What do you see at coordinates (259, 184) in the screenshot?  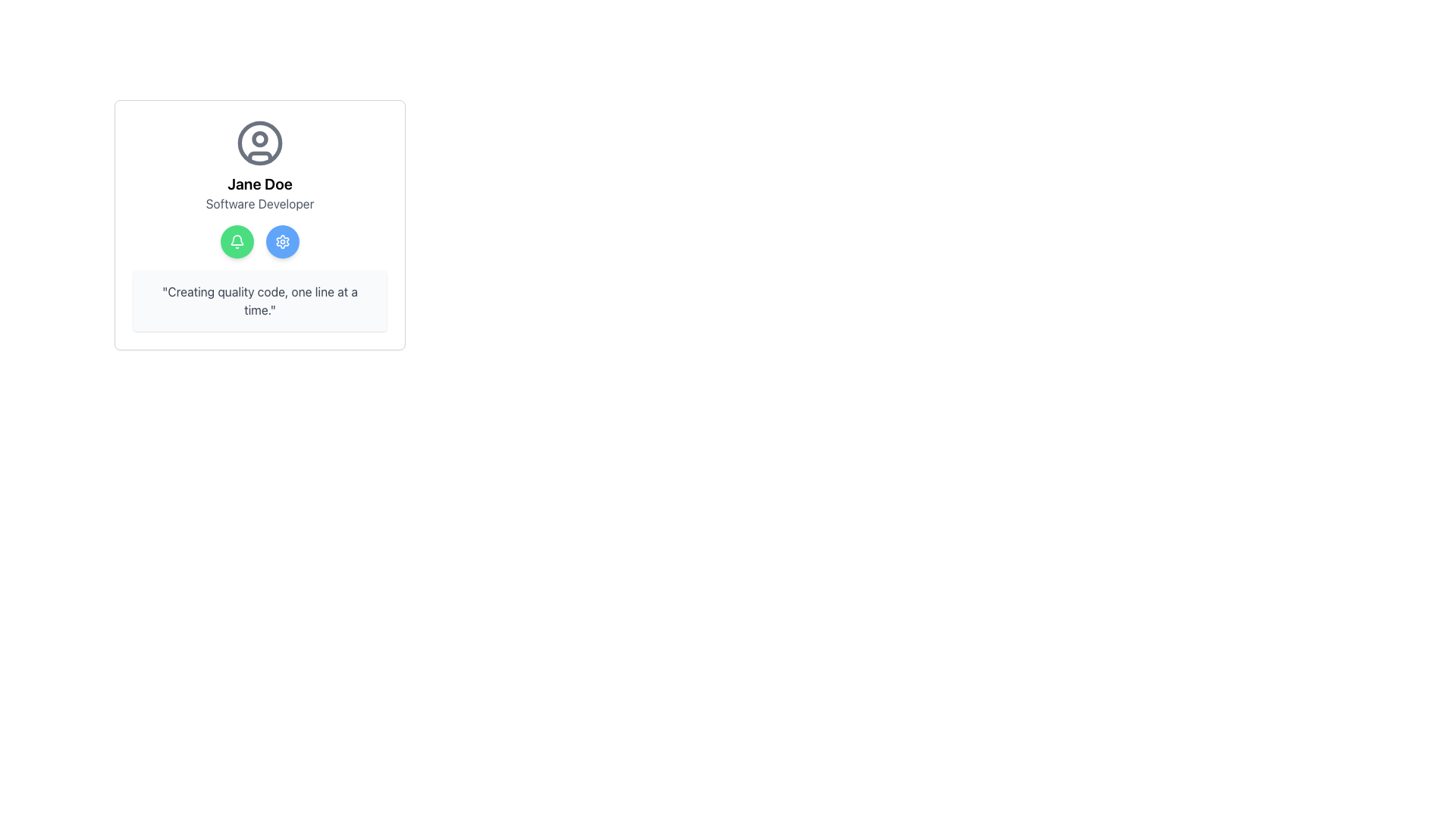 I see `the Text Label displaying 'Jane Doe', which is a bold, large font heading centered in the profile card, located beneath the user icon and above 'Software Developer'` at bounding box center [259, 184].